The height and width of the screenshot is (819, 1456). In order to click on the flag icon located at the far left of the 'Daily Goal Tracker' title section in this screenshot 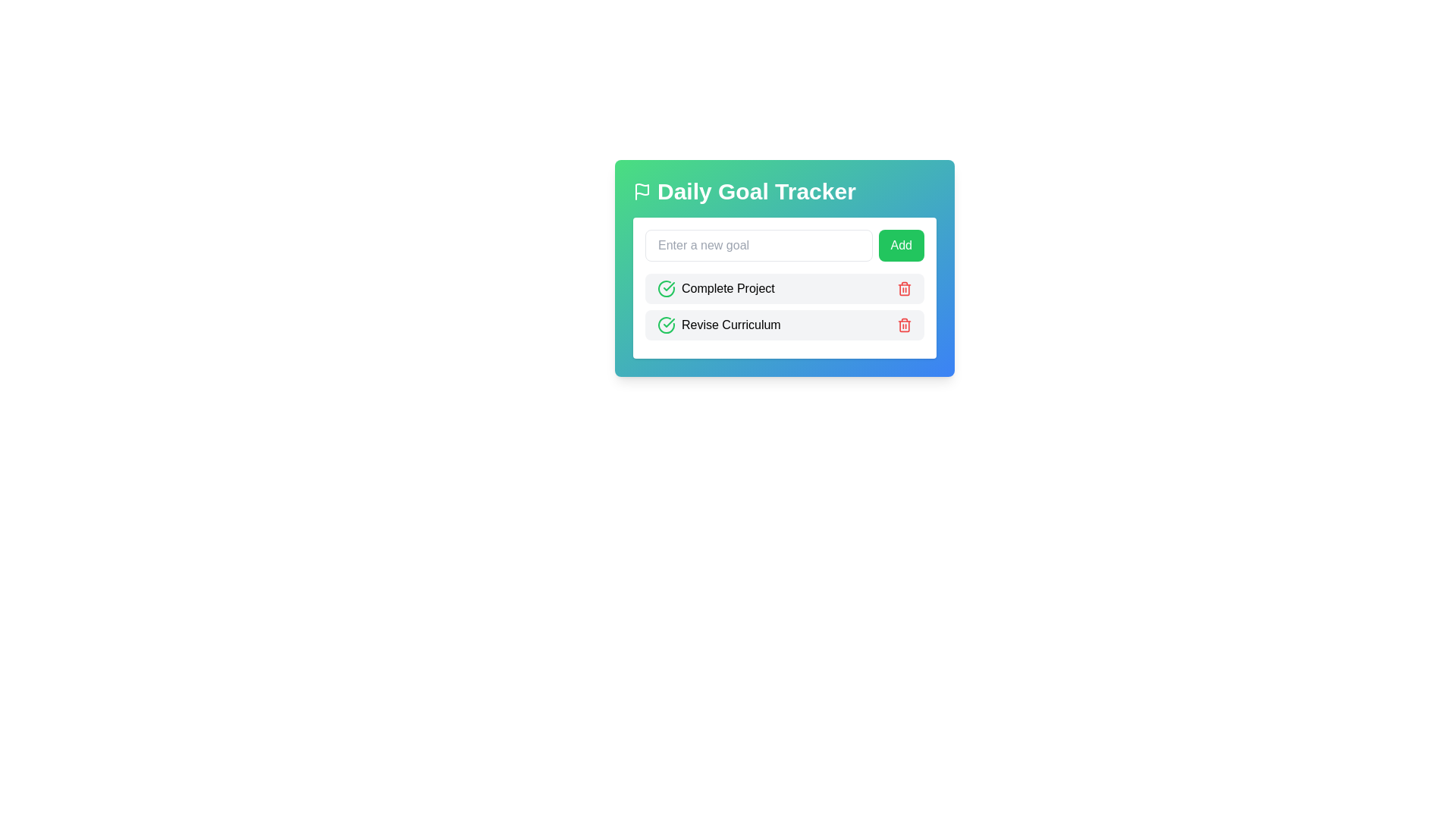, I will do `click(642, 191)`.